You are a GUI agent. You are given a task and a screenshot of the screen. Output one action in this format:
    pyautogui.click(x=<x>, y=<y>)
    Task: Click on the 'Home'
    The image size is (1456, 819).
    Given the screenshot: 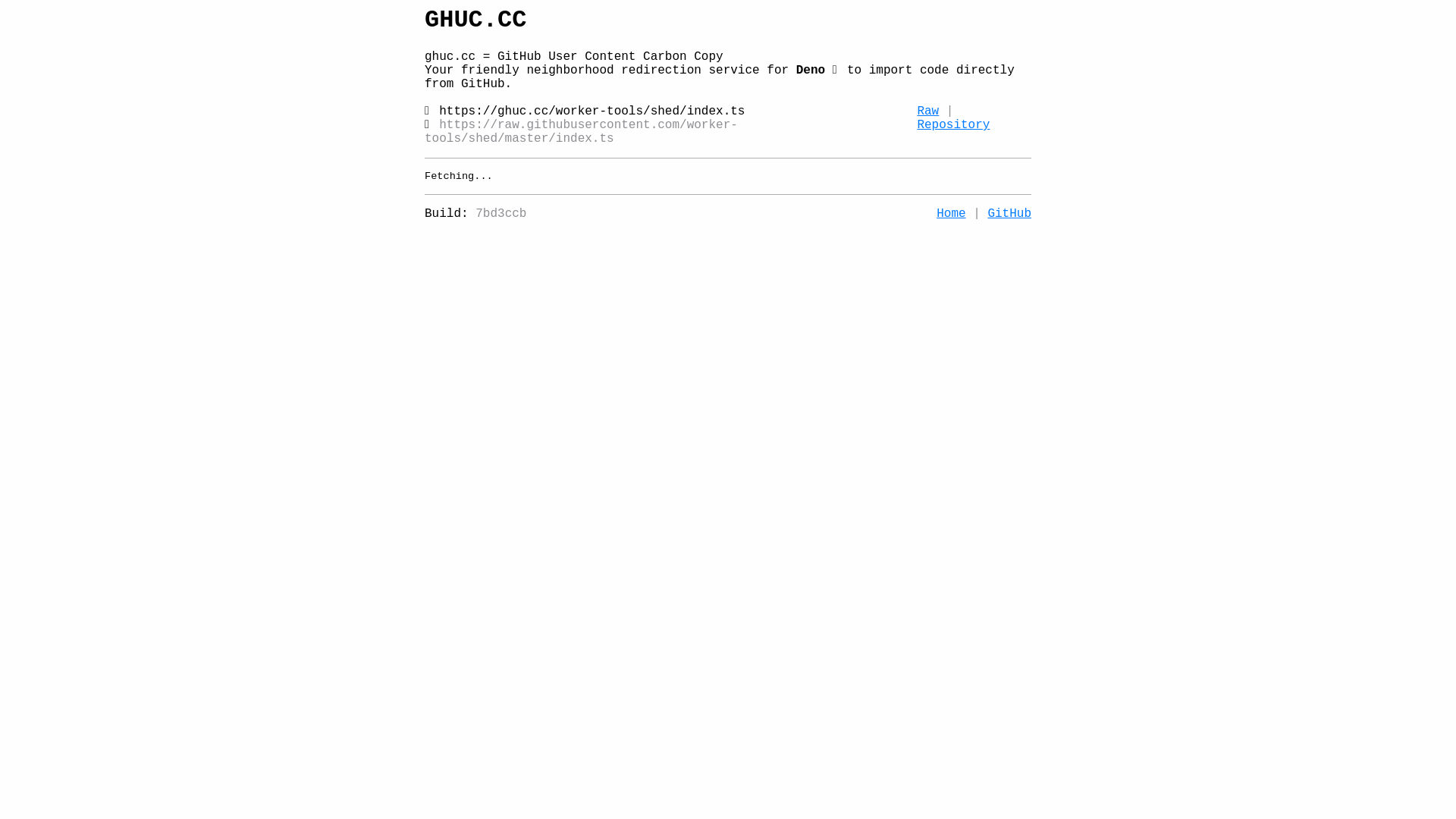 What is the action you would take?
    pyautogui.click(x=949, y=213)
    